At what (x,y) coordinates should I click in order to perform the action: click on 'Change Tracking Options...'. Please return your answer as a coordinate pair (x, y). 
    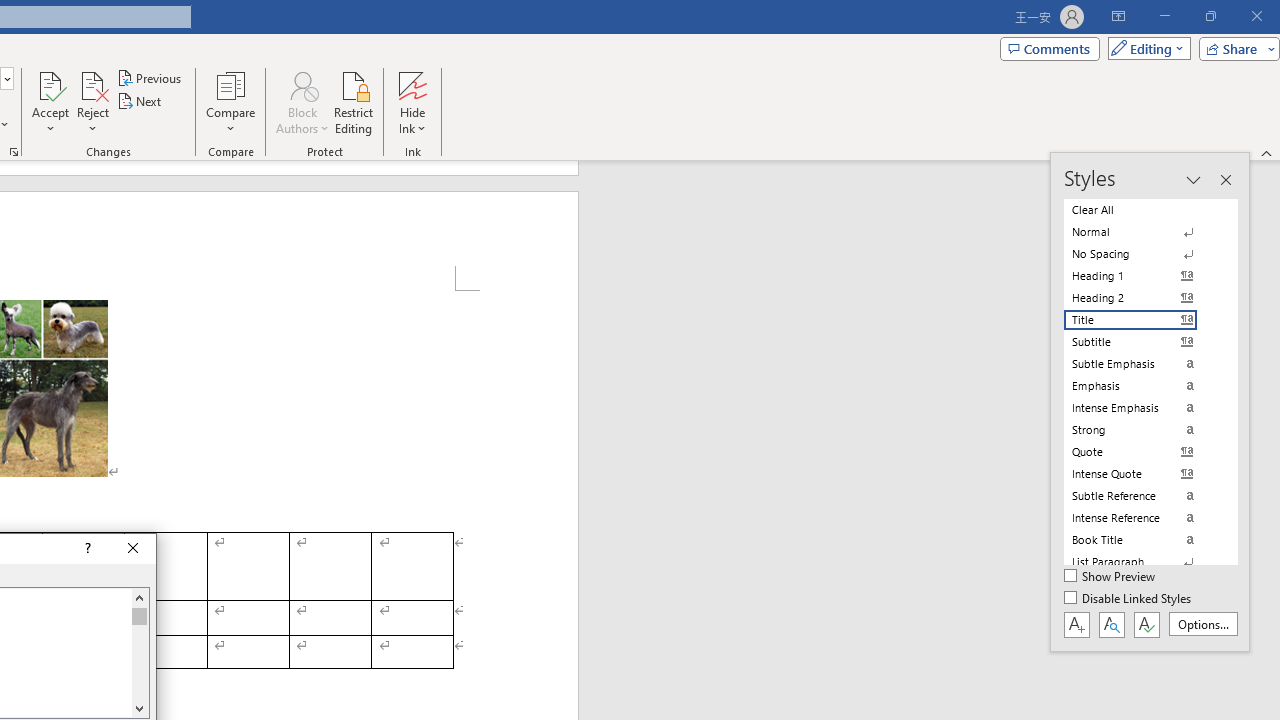
    Looking at the image, I should click on (14, 150).